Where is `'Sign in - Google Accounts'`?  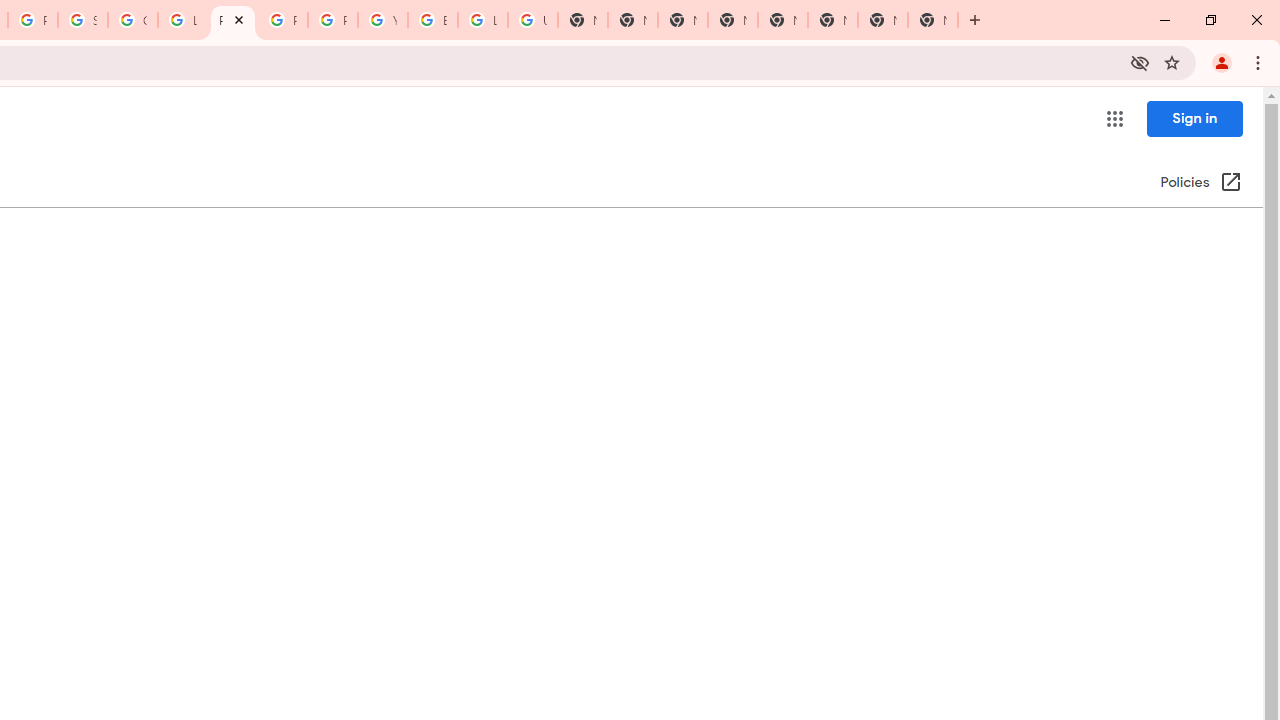 'Sign in - Google Accounts' is located at coordinates (81, 20).